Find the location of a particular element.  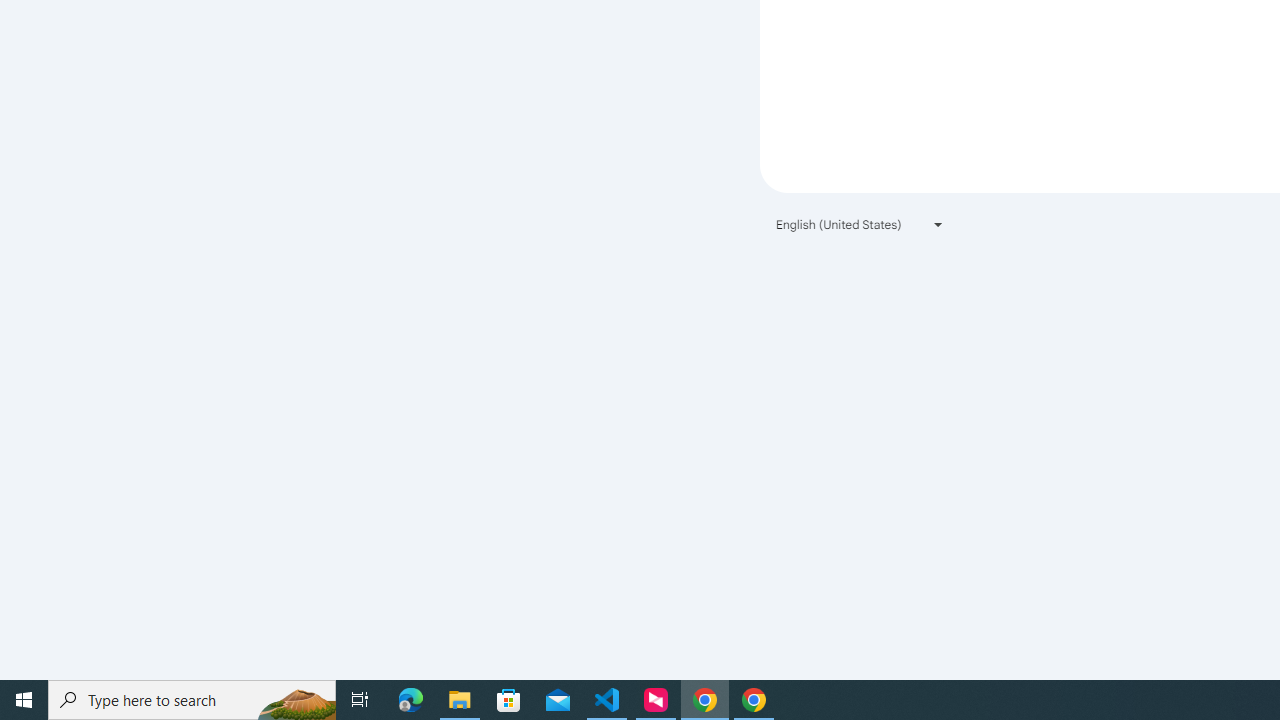

'English (United States)' is located at coordinates (860, 224).